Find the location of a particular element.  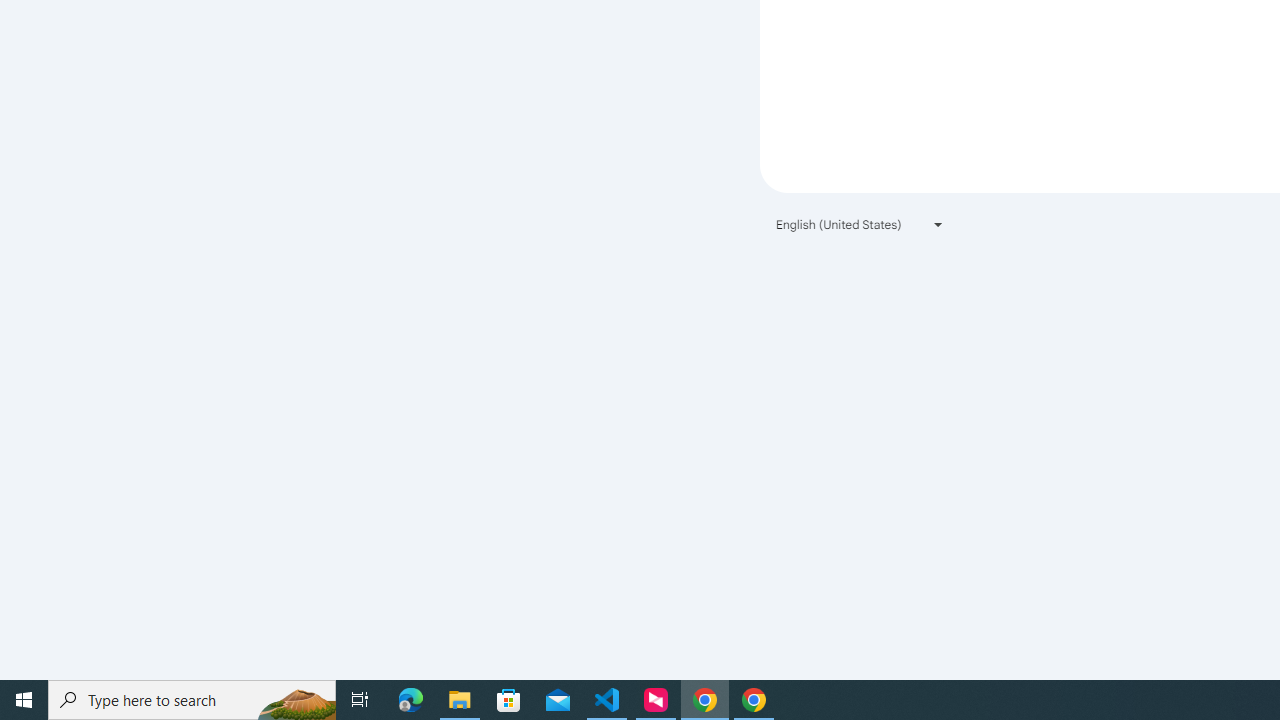

'English (United States)' is located at coordinates (860, 224).